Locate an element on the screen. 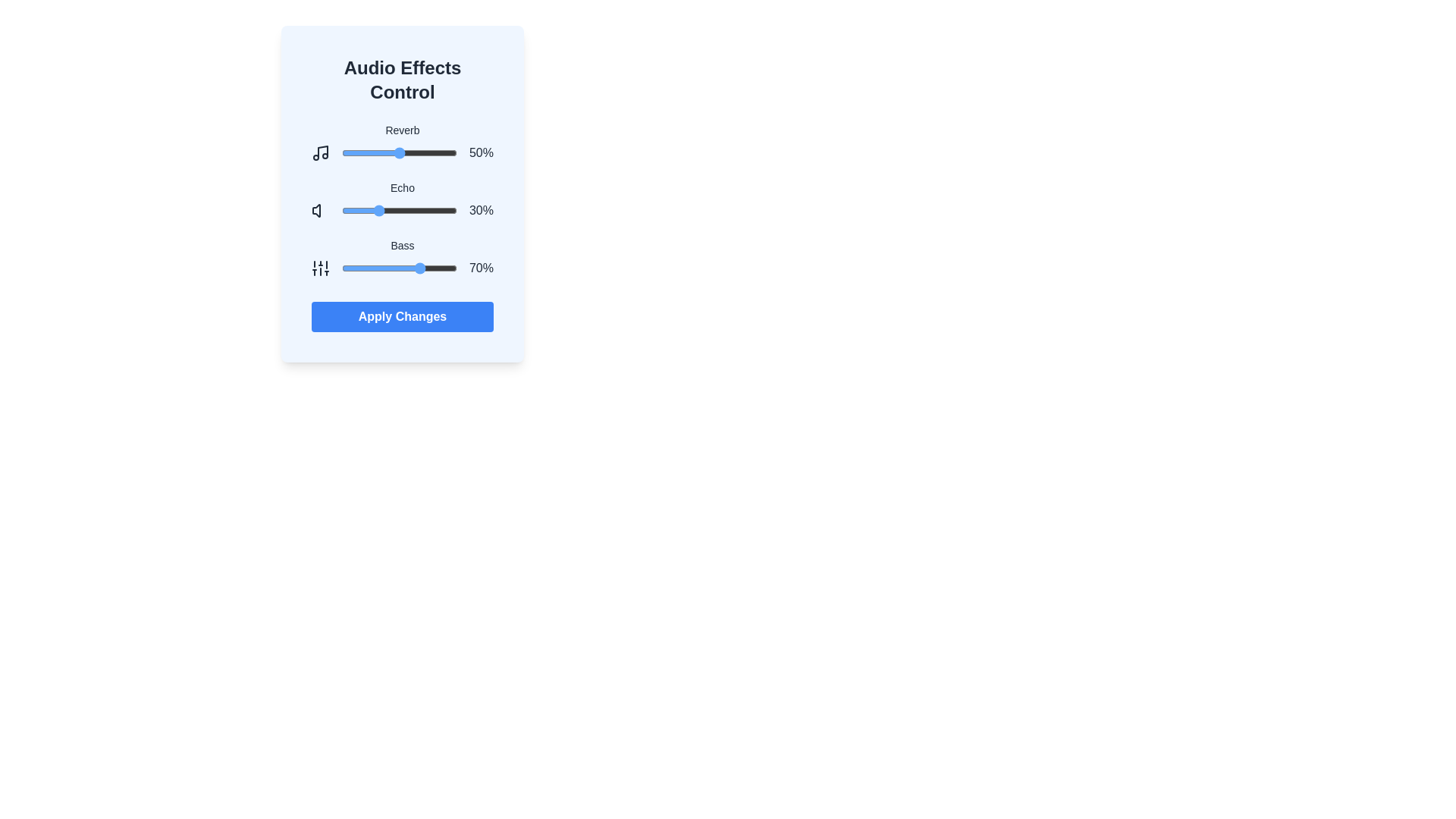 Image resolution: width=1456 pixels, height=819 pixels. the 'Echo' text label, which is styled in medium font weight and small size, located within the 'Audio Effects Control' card interface, positioned above a 30% progress slider is located at coordinates (403, 187).